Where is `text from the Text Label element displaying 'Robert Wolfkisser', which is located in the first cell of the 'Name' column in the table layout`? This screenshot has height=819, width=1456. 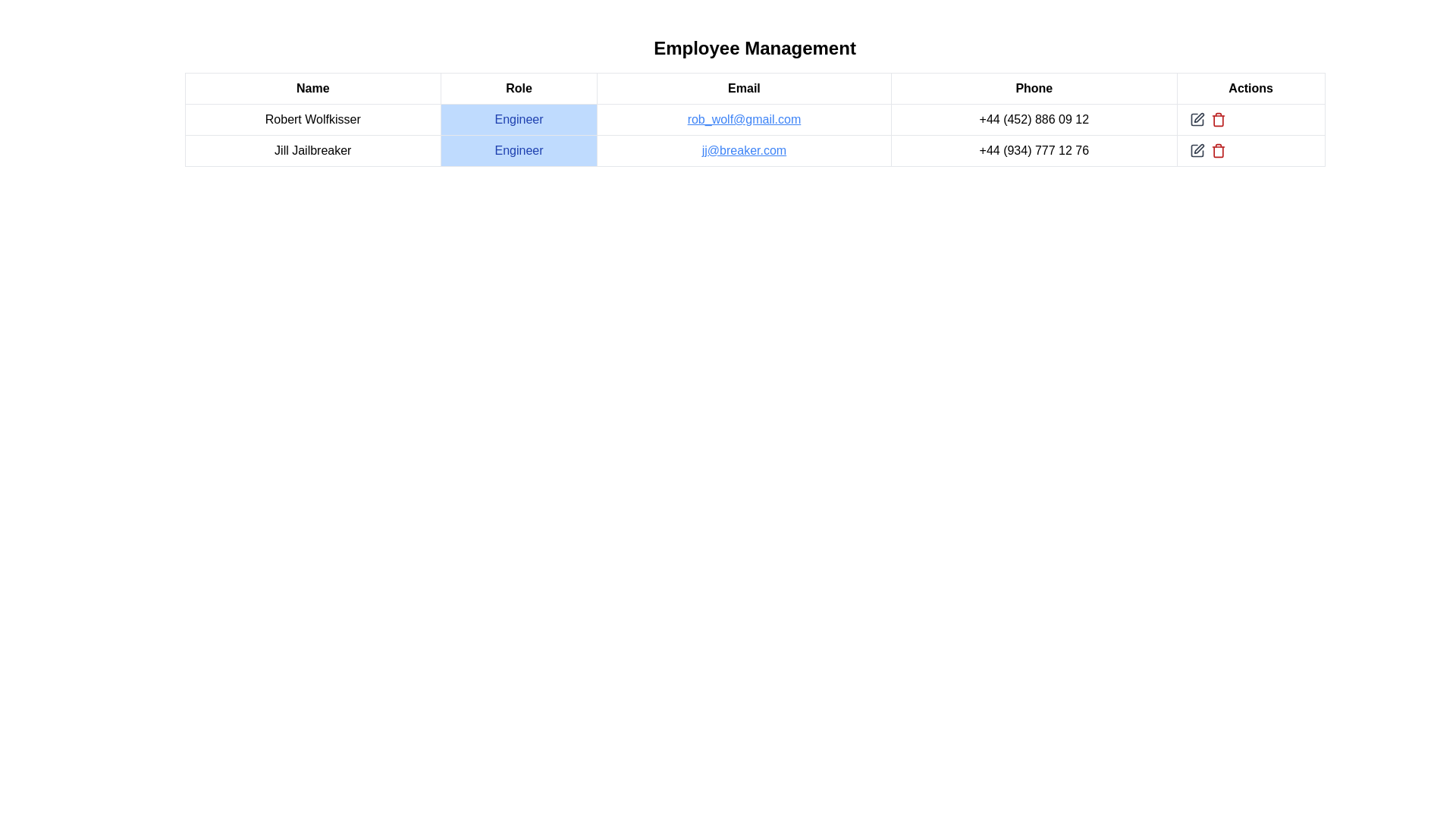 text from the Text Label element displaying 'Robert Wolfkisser', which is located in the first cell of the 'Name' column in the table layout is located at coordinates (312, 119).